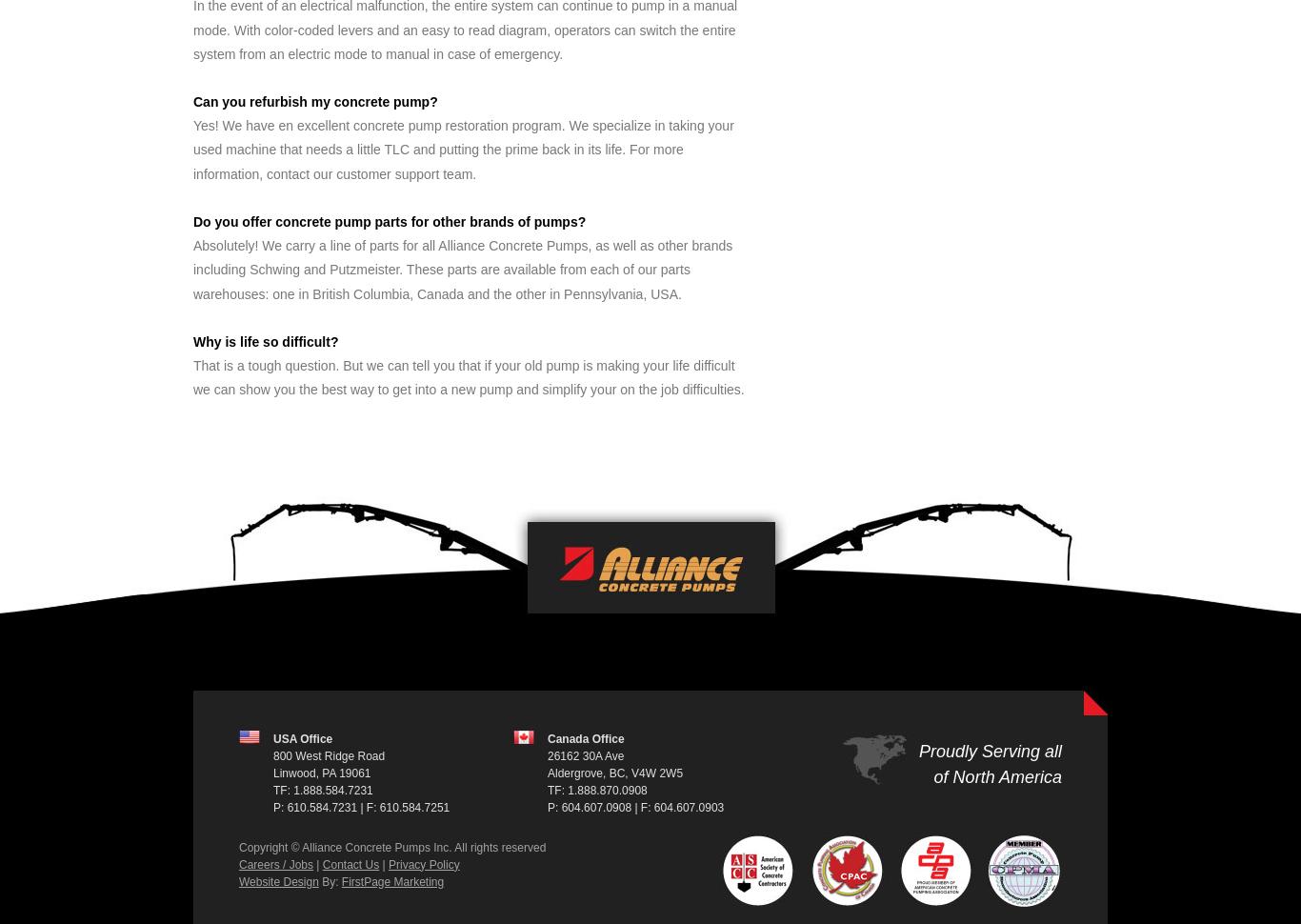 Image resolution: width=1301 pixels, height=924 pixels. I want to click on 'Can you refurbish my concrete pump?', so click(314, 101).